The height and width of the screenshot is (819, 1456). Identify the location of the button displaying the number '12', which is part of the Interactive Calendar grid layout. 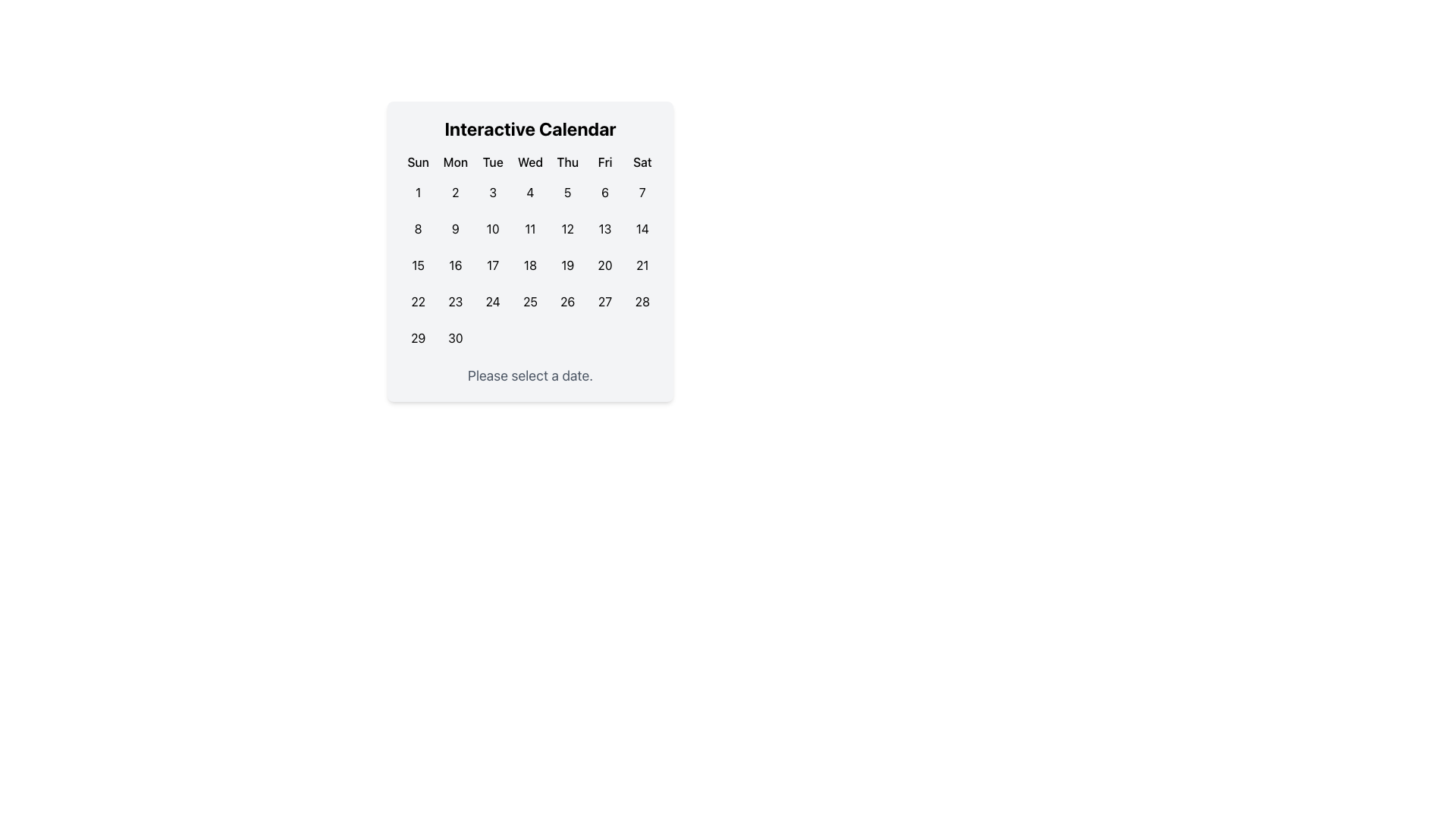
(566, 228).